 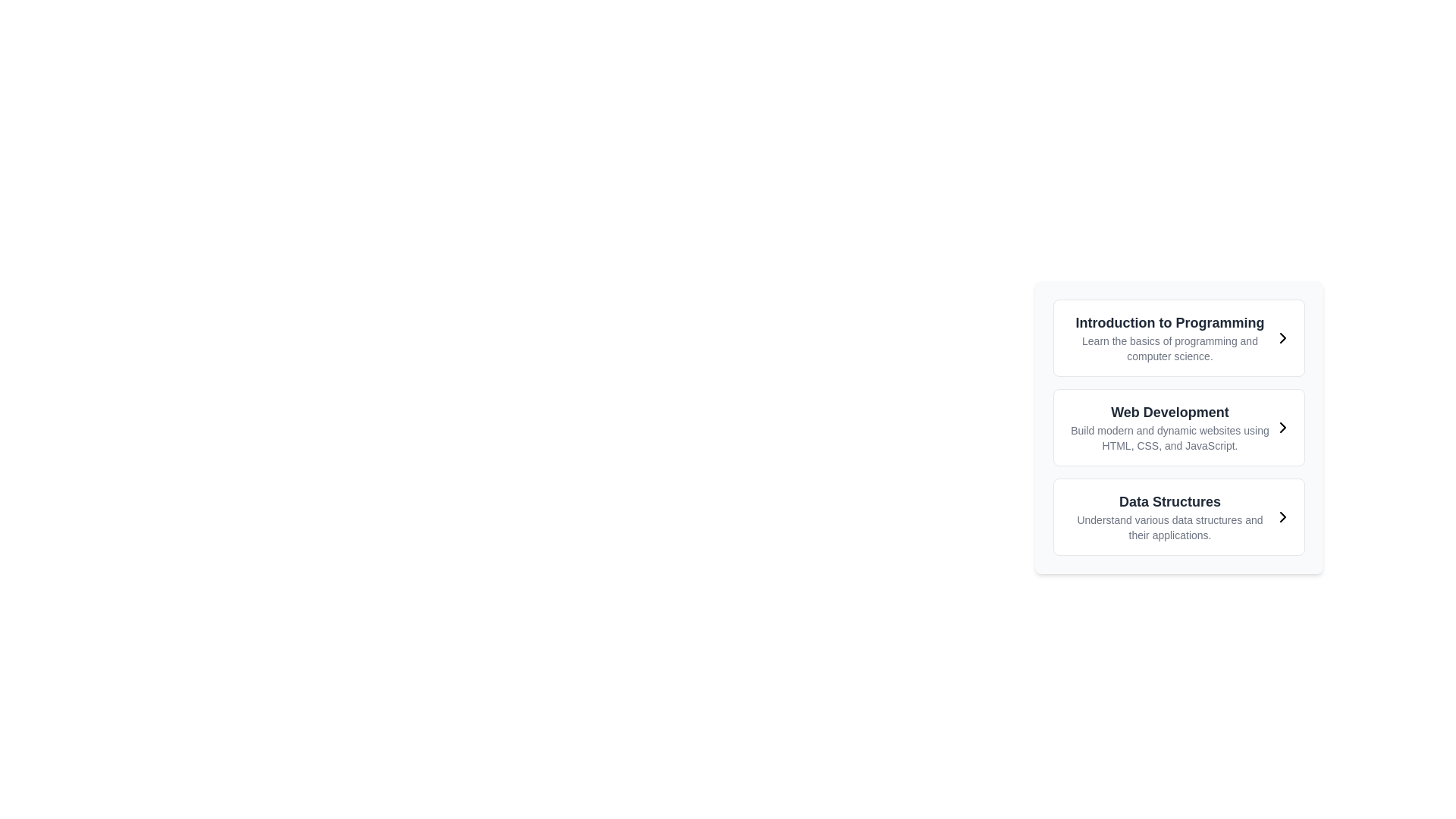 What do you see at coordinates (1282, 516) in the screenshot?
I see `the arrow icon located at the far right of the 'Data Structures' tile` at bounding box center [1282, 516].